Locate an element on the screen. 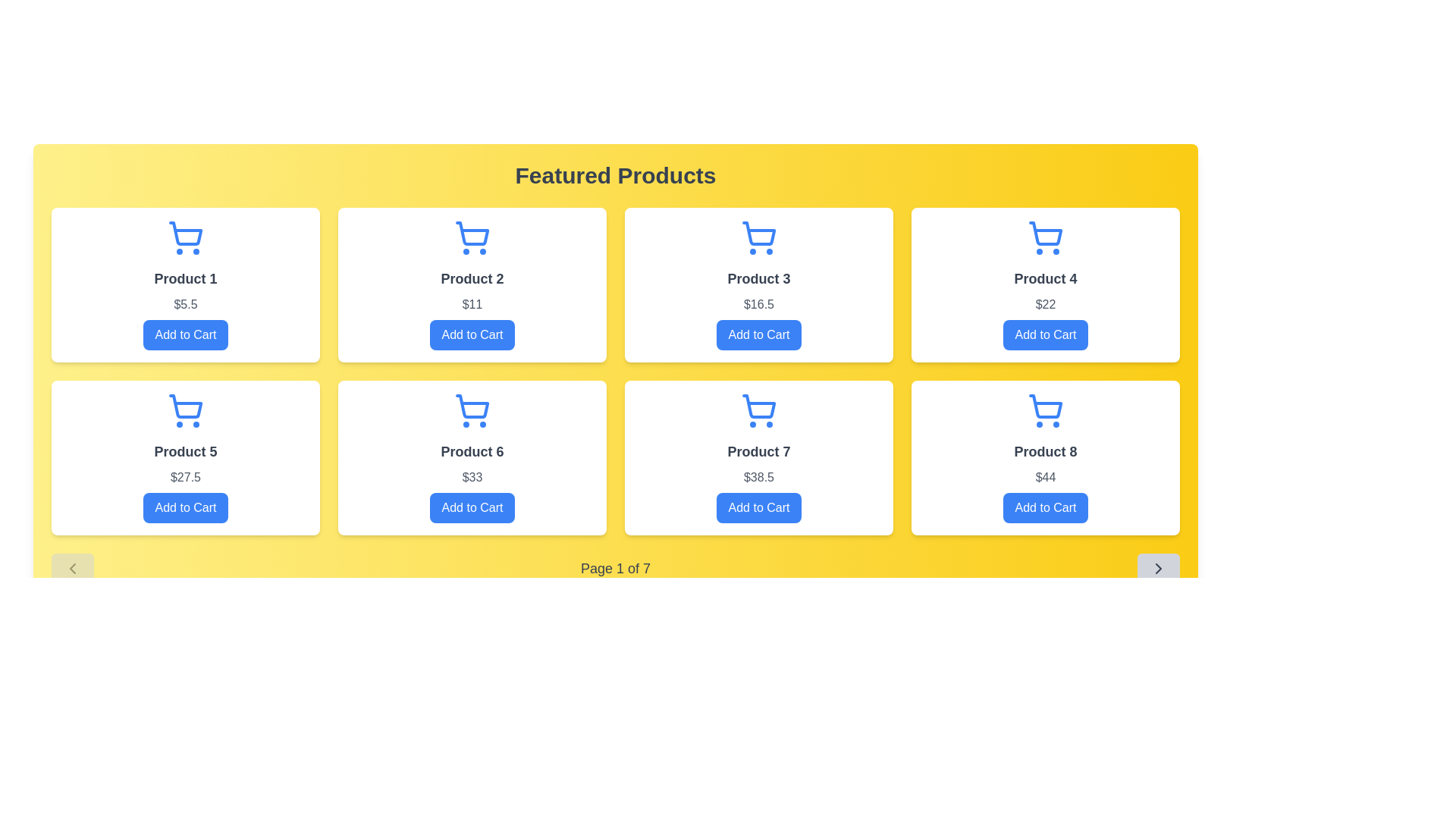  the shopping cart icon representing the product 'Product 1', which is visually positioned above the product's text description is located at coordinates (185, 234).